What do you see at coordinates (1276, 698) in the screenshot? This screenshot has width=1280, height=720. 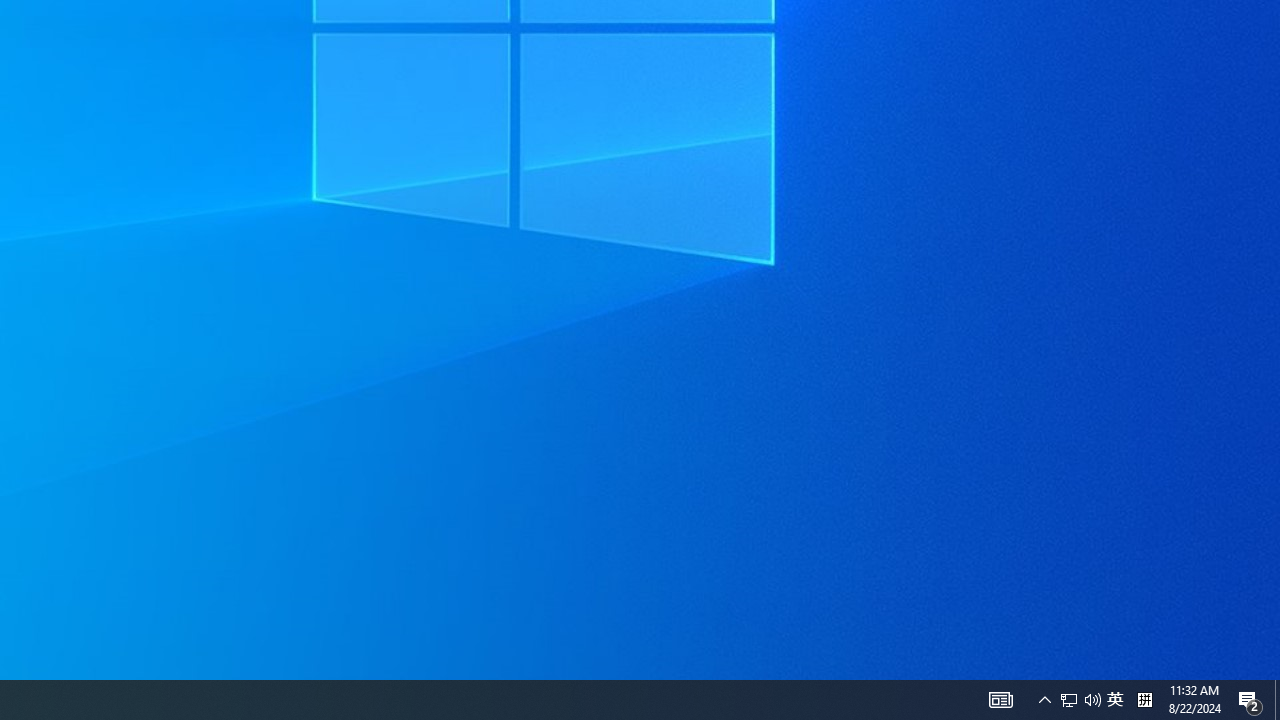 I see `'Show desktop'` at bounding box center [1276, 698].